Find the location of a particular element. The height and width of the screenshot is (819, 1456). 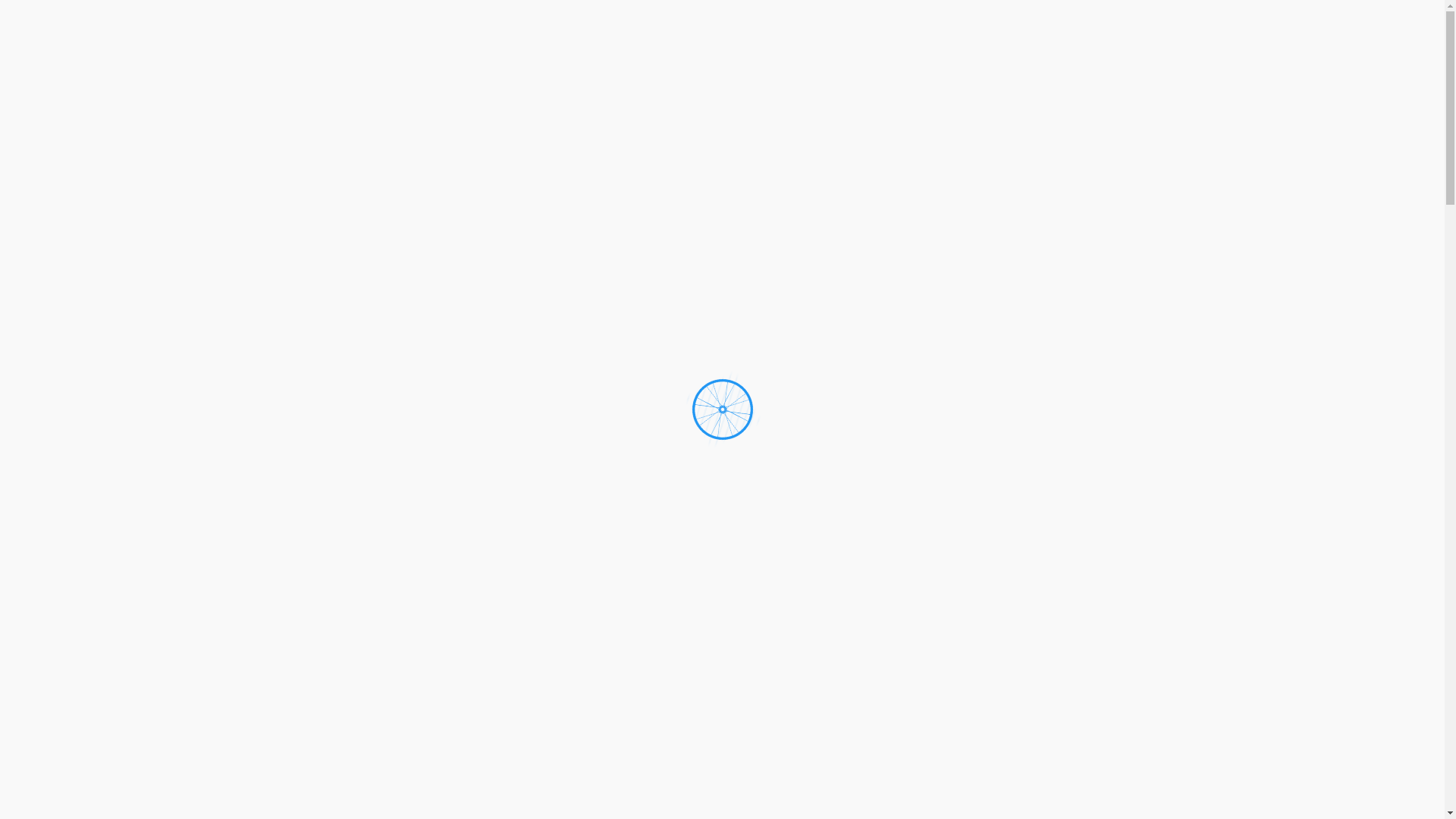

'HOME' is located at coordinates (937, 74).